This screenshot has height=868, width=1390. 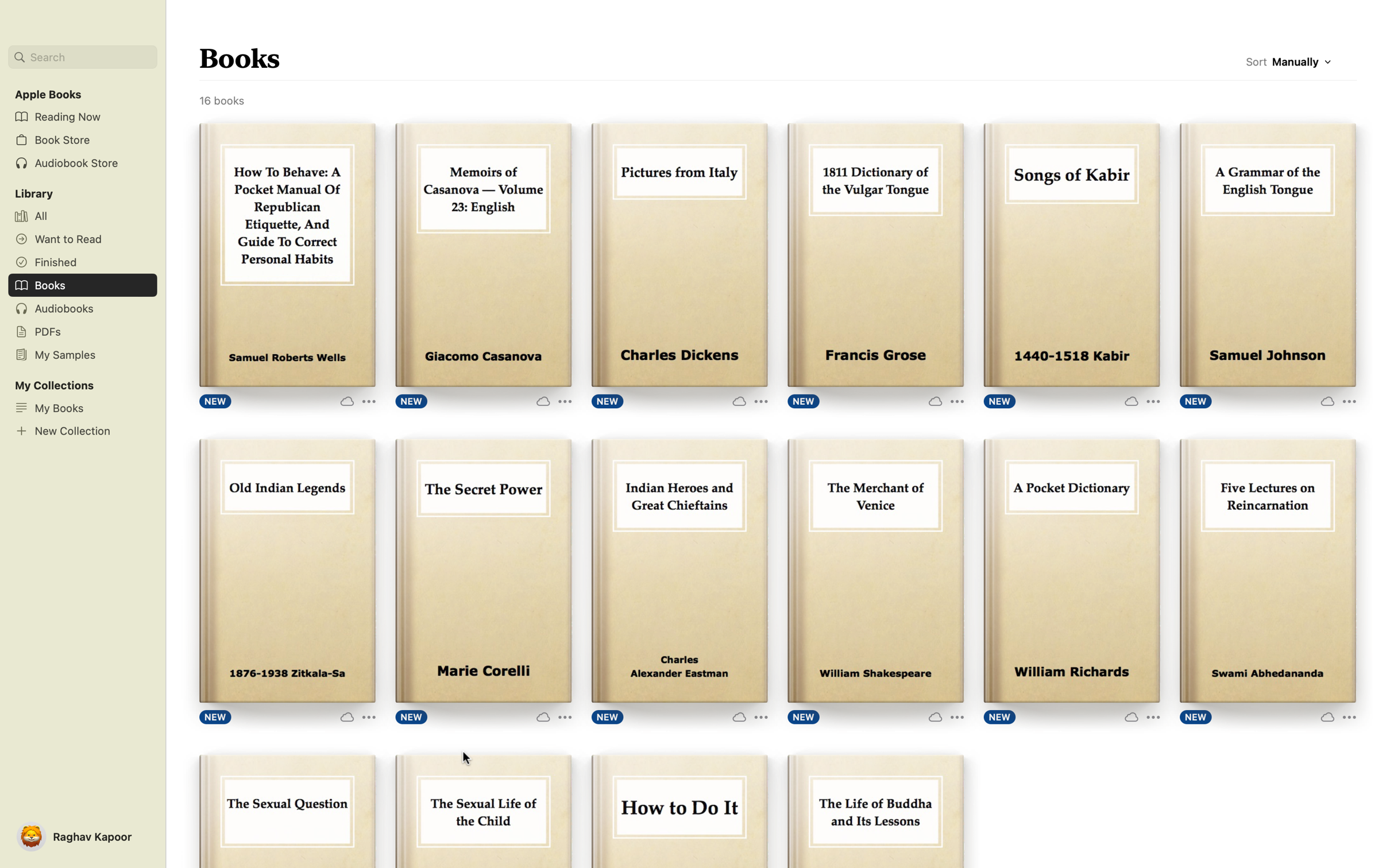 What do you see at coordinates (286, 572) in the screenshot?
I see `"Old Indian Legends" and click the "Read" button to begin your reading` at bounding box center [286, 572].